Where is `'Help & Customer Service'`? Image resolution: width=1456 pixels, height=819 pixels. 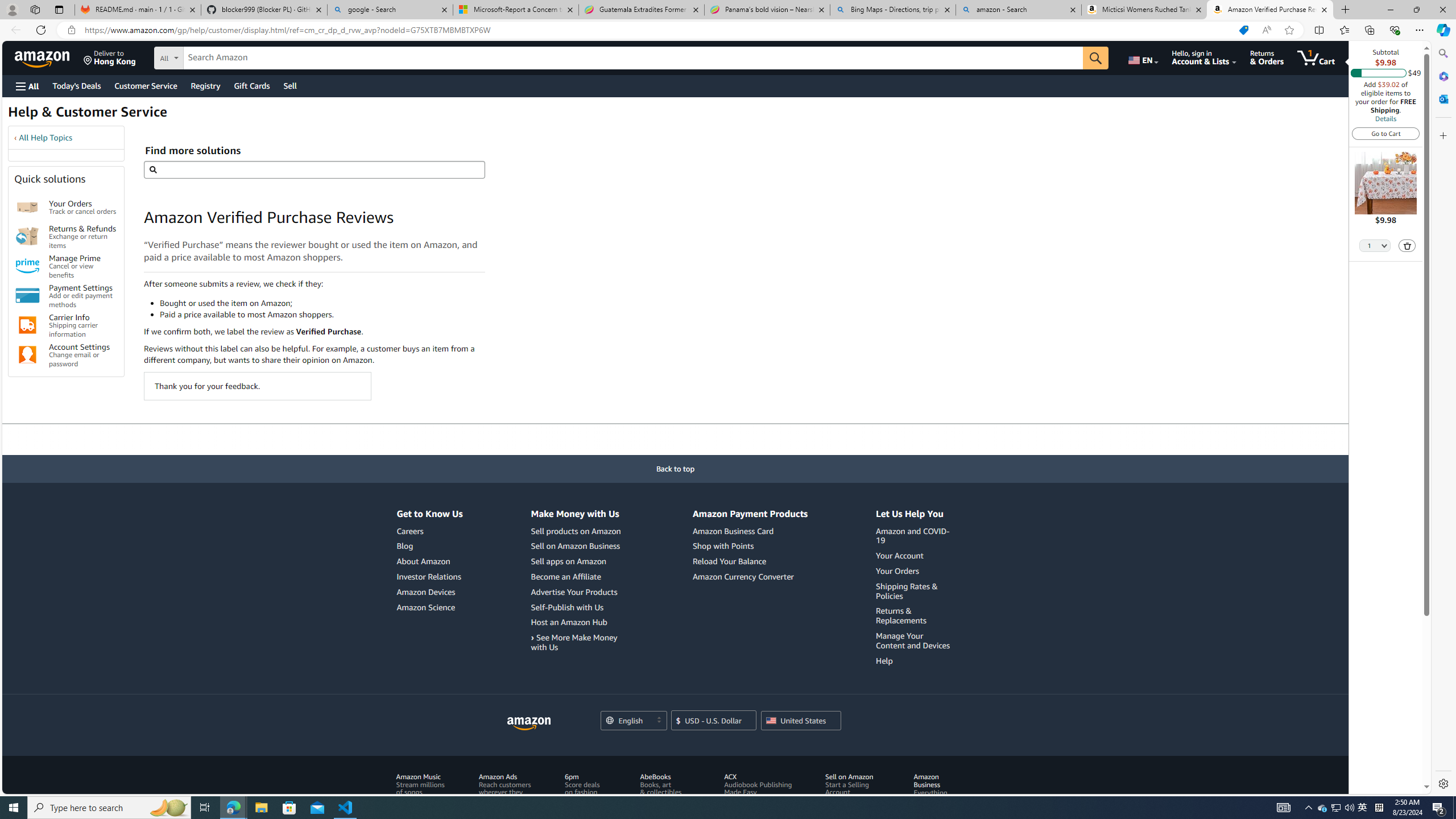 'Help & Customer Service' is located at coordinates (86, 115).